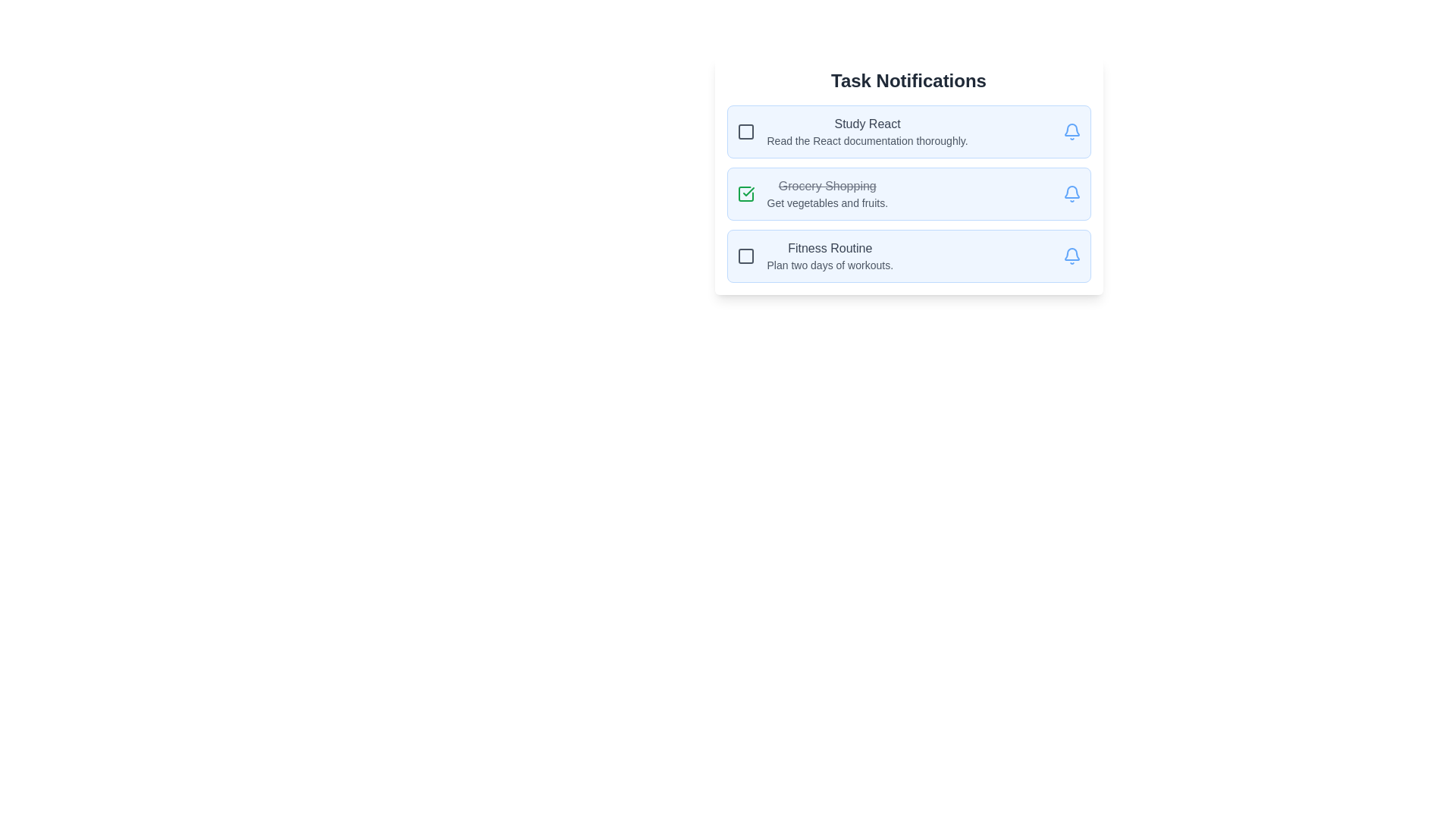 This screenshot has height=819, width=1456. Describe the element at coordinates (868, 130) in the screenshot. I see `the Task notification item labeled 'Study React' to interpret the task details` at that location.